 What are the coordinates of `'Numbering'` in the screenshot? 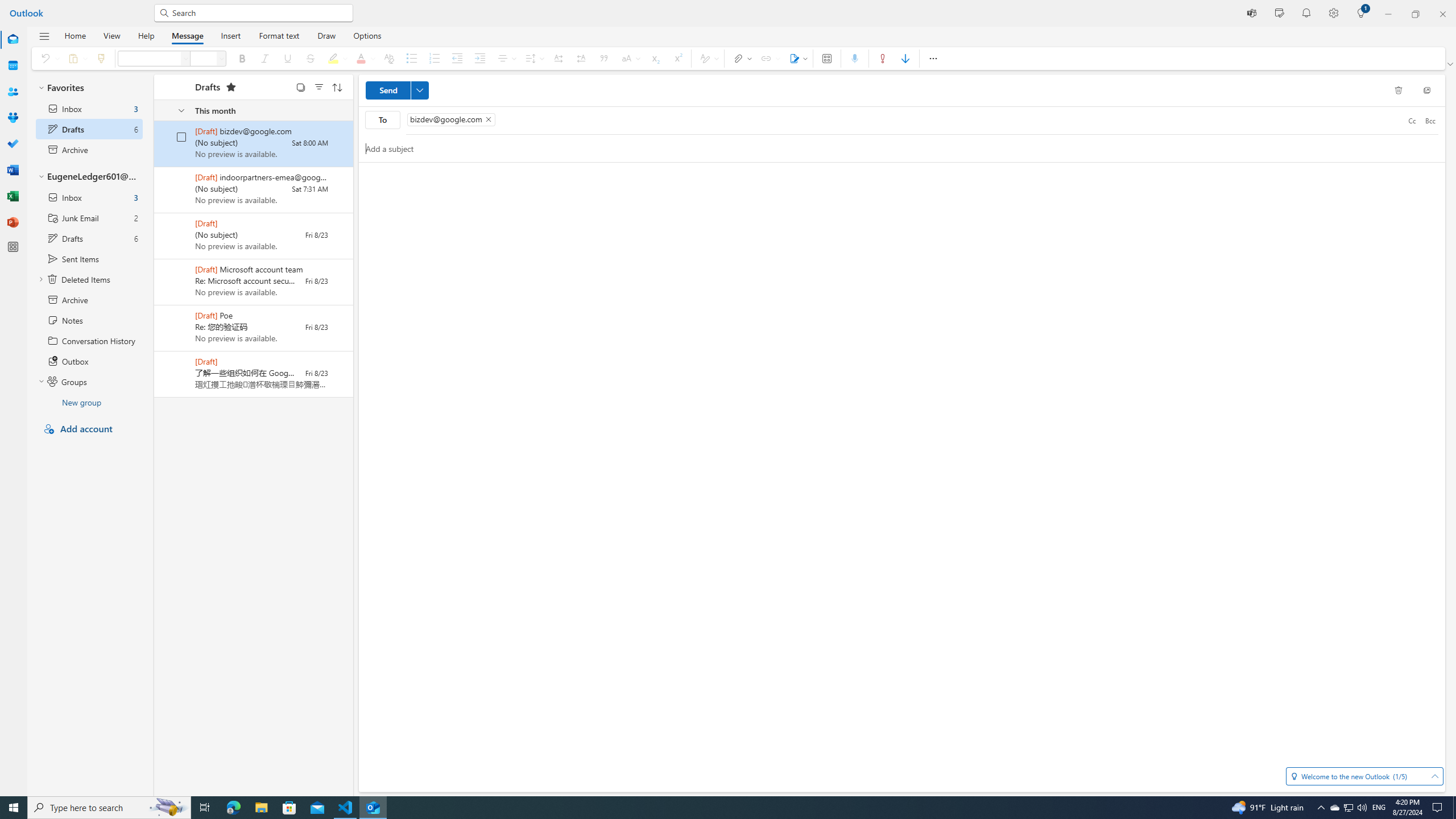 It's located at (434, 58).